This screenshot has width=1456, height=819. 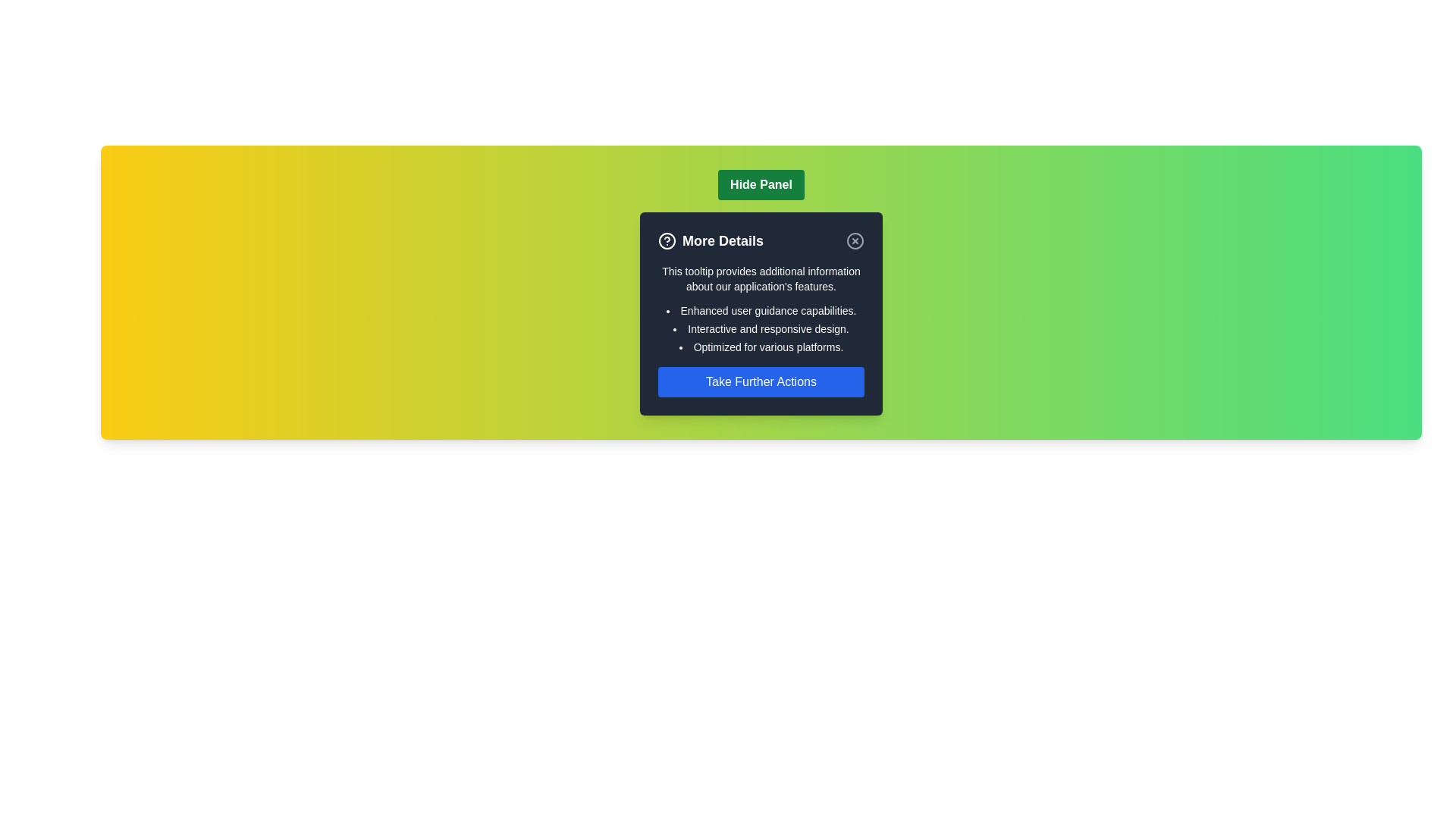 I want to click on the icon button located to the right of the 'More Details' title text, so click(x=855, y=240).